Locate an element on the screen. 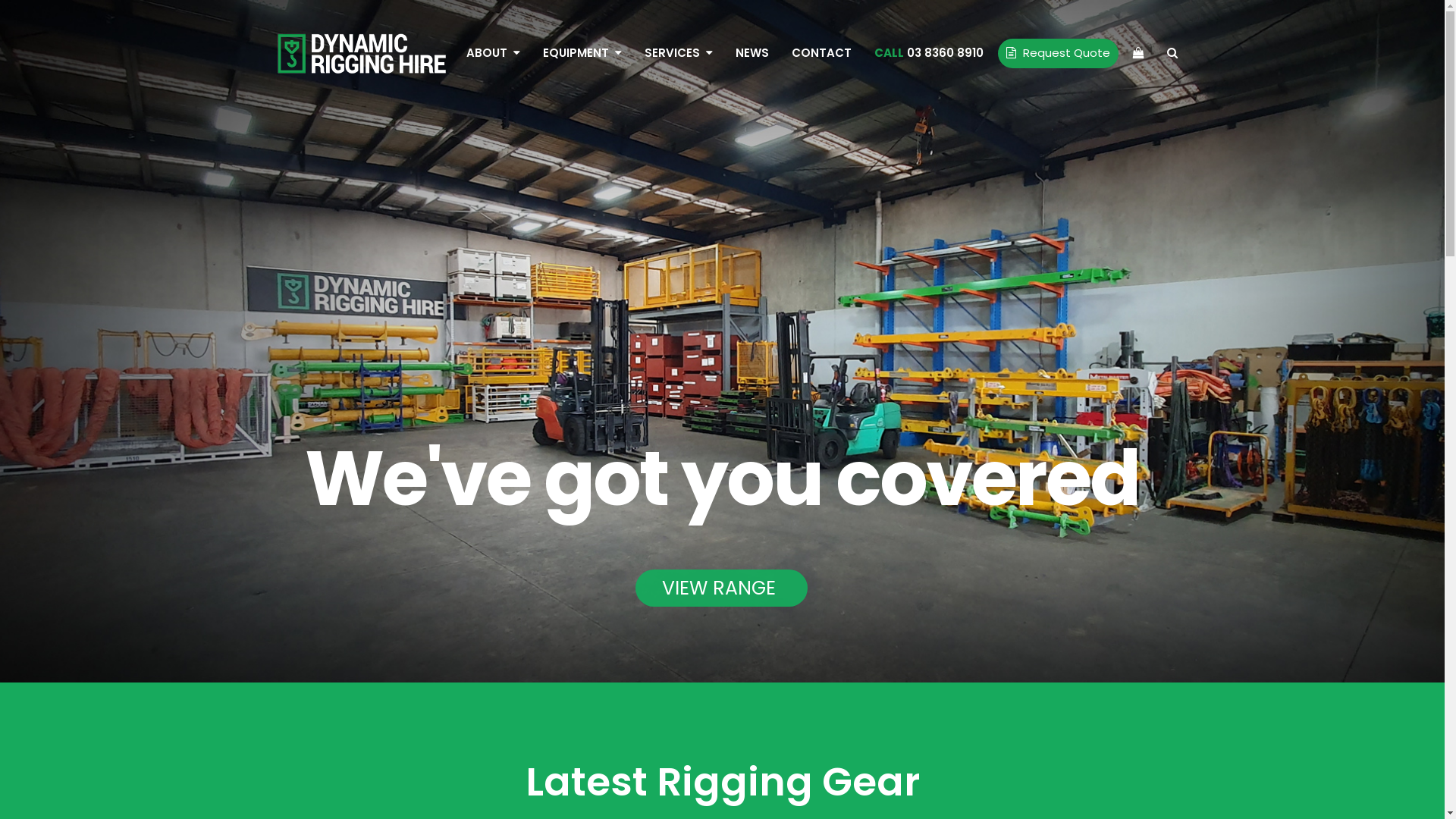 This screenshot has height=819, width=1456. 'CONTACT' is located at coordinates (820, 52).